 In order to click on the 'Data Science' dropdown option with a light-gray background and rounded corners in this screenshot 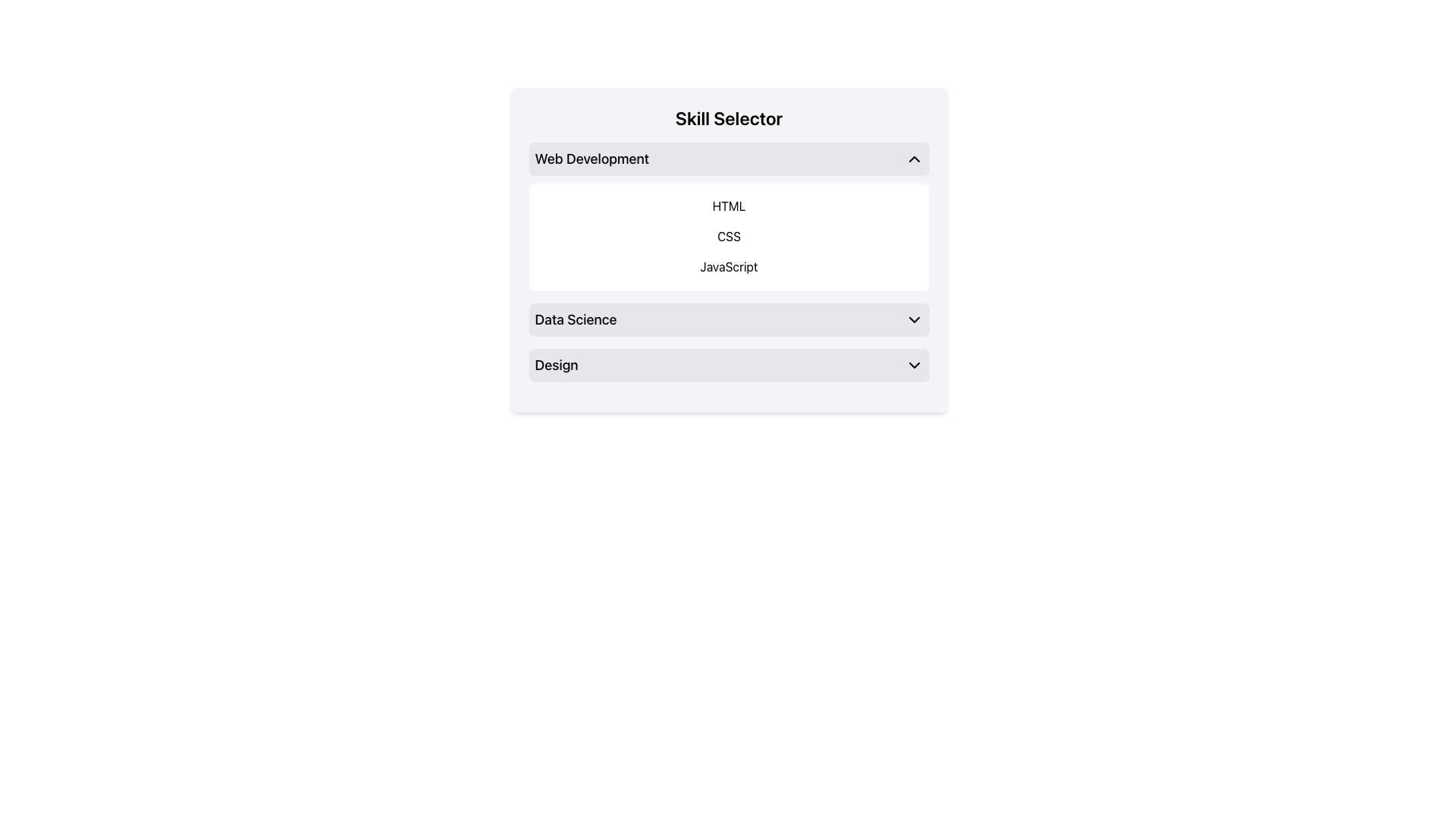, I will do `click(729, 318)`.